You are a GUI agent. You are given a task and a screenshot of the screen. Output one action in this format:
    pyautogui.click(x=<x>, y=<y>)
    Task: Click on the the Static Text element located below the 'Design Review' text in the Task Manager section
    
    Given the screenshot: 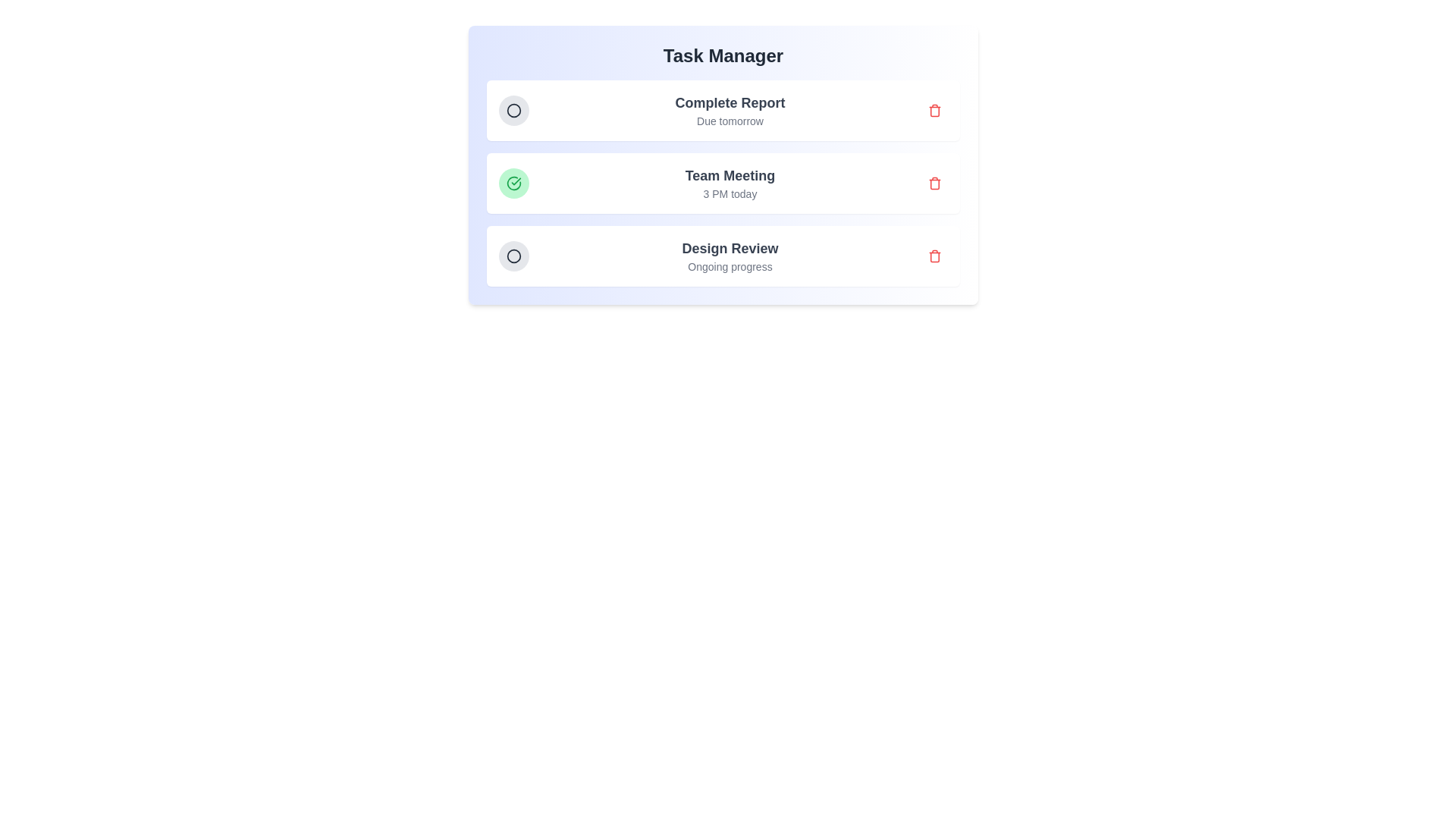 What is the action you would take?
    pyautogui.click(x=730, y=265)
    